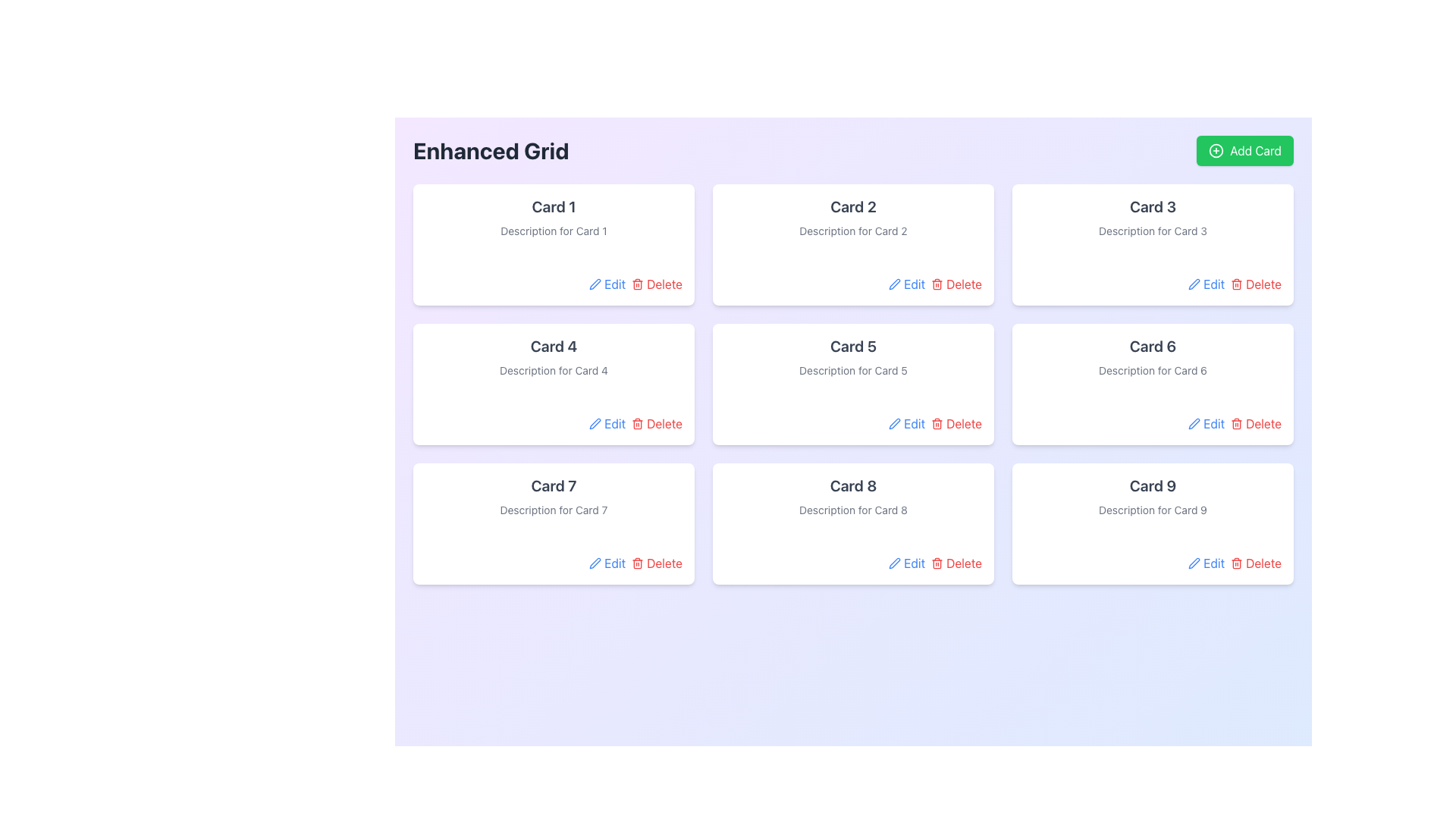 The height and width of the screenshot is (819, 1456). I want to click on the pen icon SVG graphic located at the bottom-right corner of 'Card 7' to indicate interactivity, so click(595, 563).